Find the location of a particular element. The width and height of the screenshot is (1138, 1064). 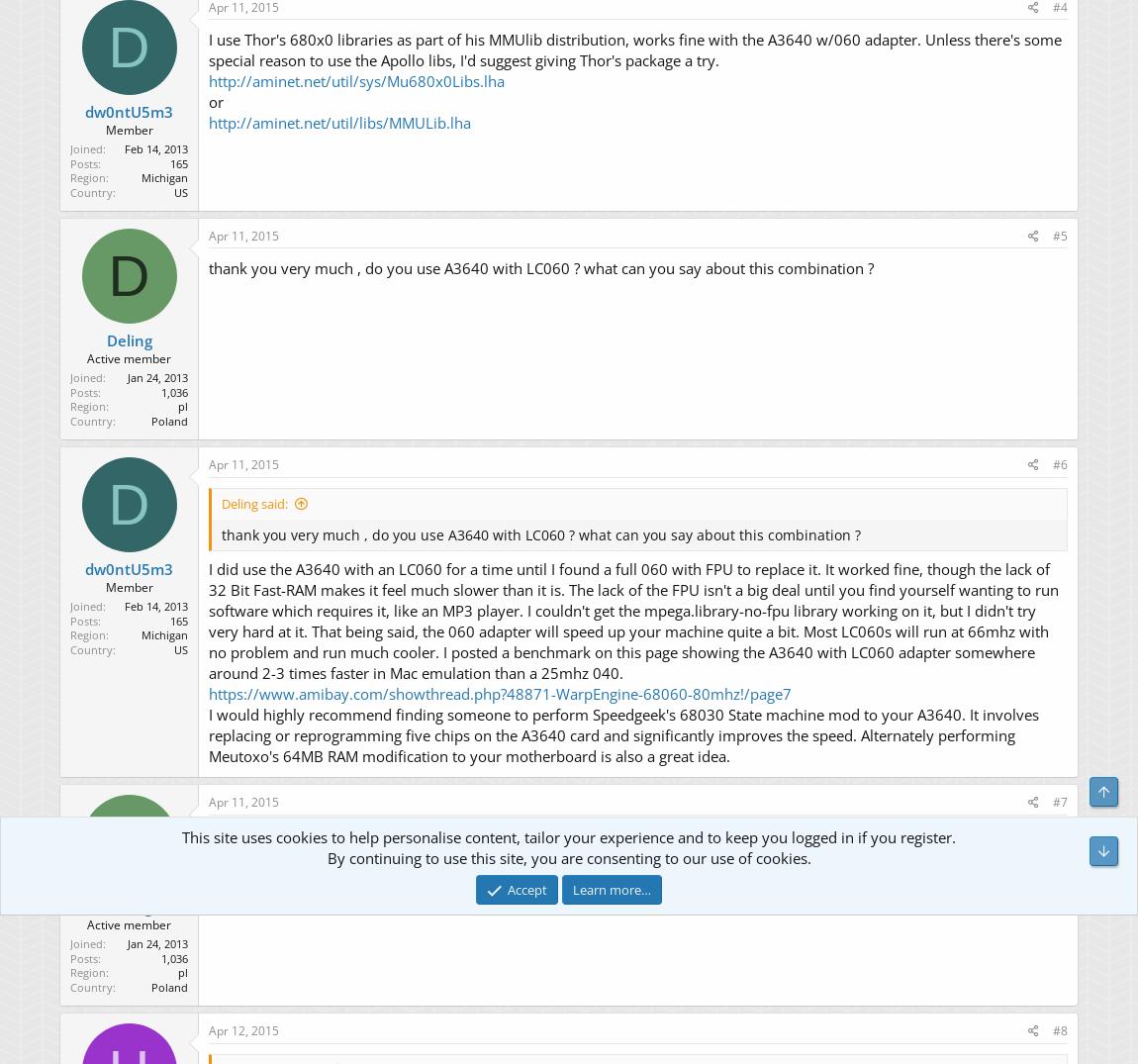

'Learn more…' is located at coordinates (611, 887).